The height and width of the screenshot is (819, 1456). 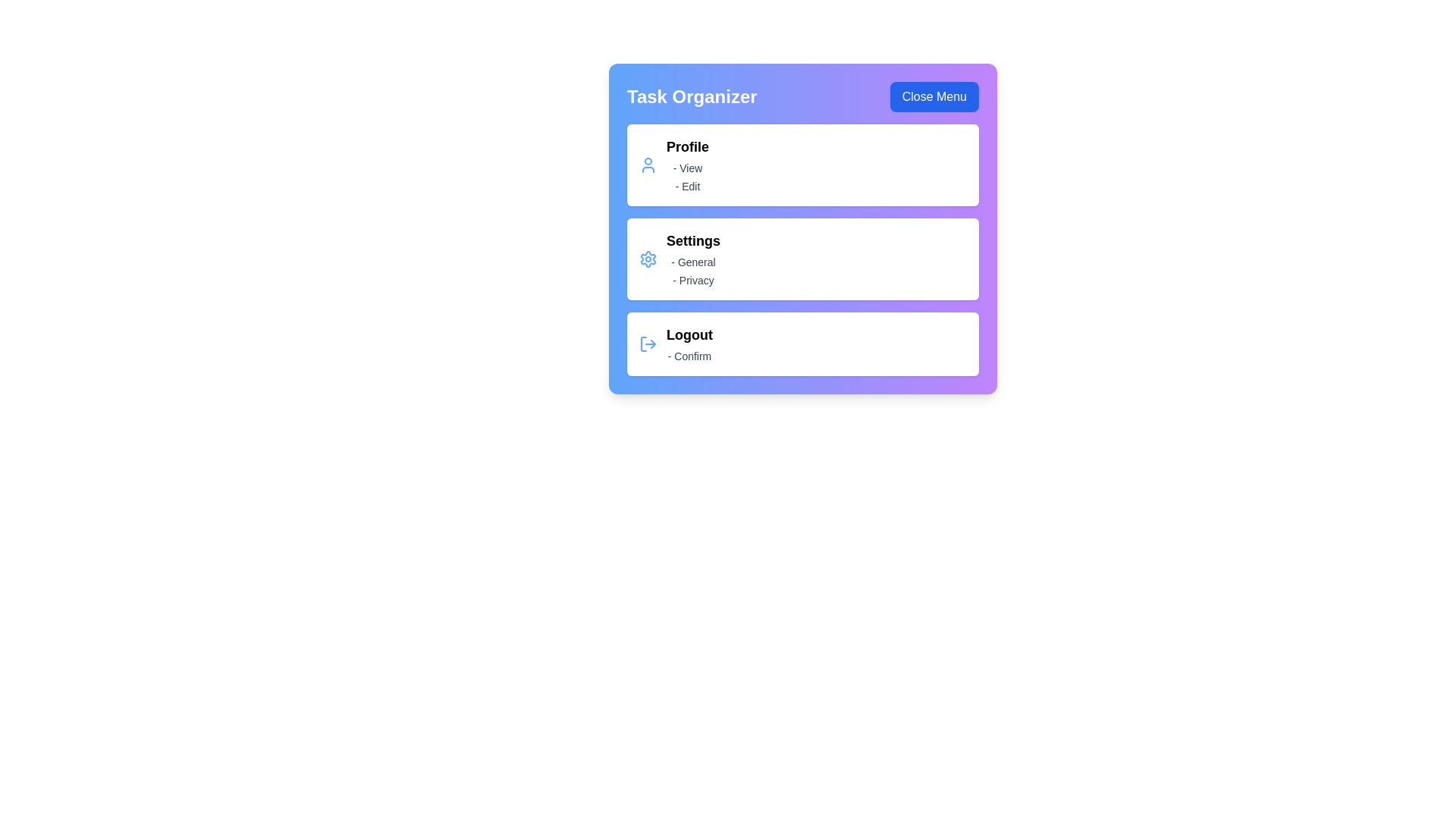 What do you see at coordinates (802, 344) in the screenshot?
I see `the menu item Logout by clicking on it` at bounding box center [802, 344].